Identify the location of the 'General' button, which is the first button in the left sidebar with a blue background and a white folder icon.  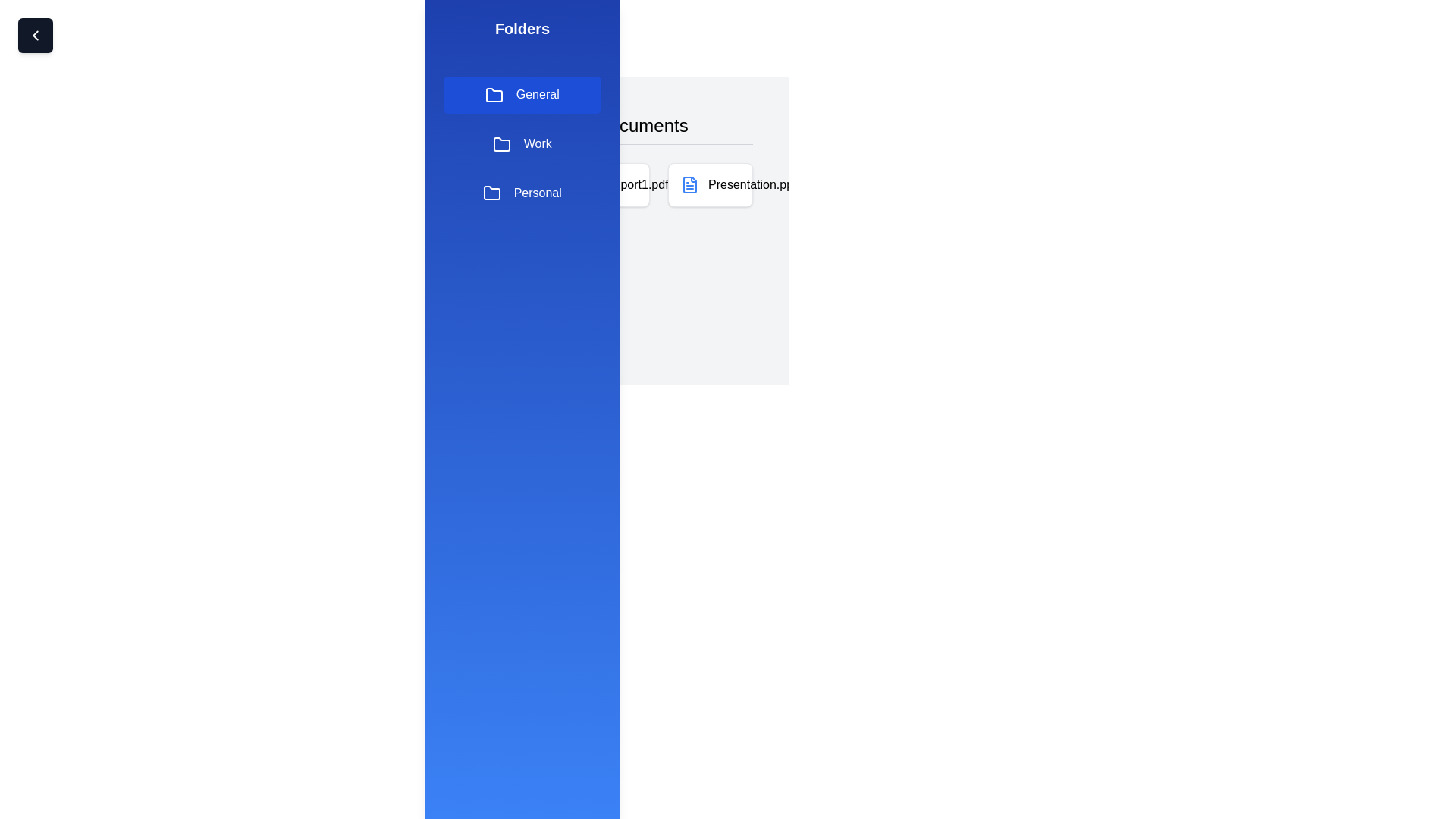
(522, 94).